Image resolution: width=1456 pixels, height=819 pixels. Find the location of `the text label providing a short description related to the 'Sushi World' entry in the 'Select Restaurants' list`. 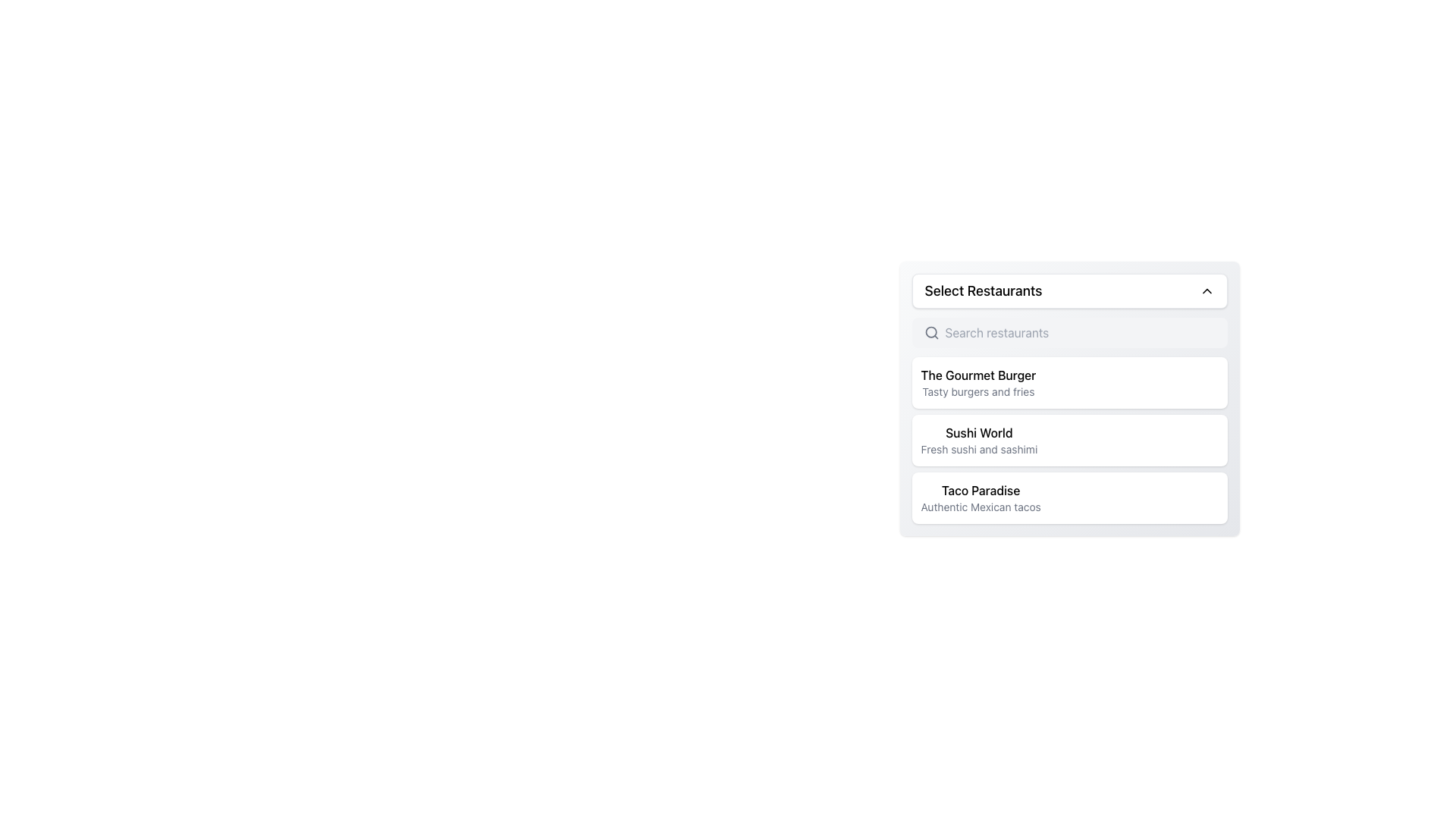

the text label providing a short description related to the 'Sushi World' entry in the 'Select Restaurants' list is located at coordinates (979, 449).